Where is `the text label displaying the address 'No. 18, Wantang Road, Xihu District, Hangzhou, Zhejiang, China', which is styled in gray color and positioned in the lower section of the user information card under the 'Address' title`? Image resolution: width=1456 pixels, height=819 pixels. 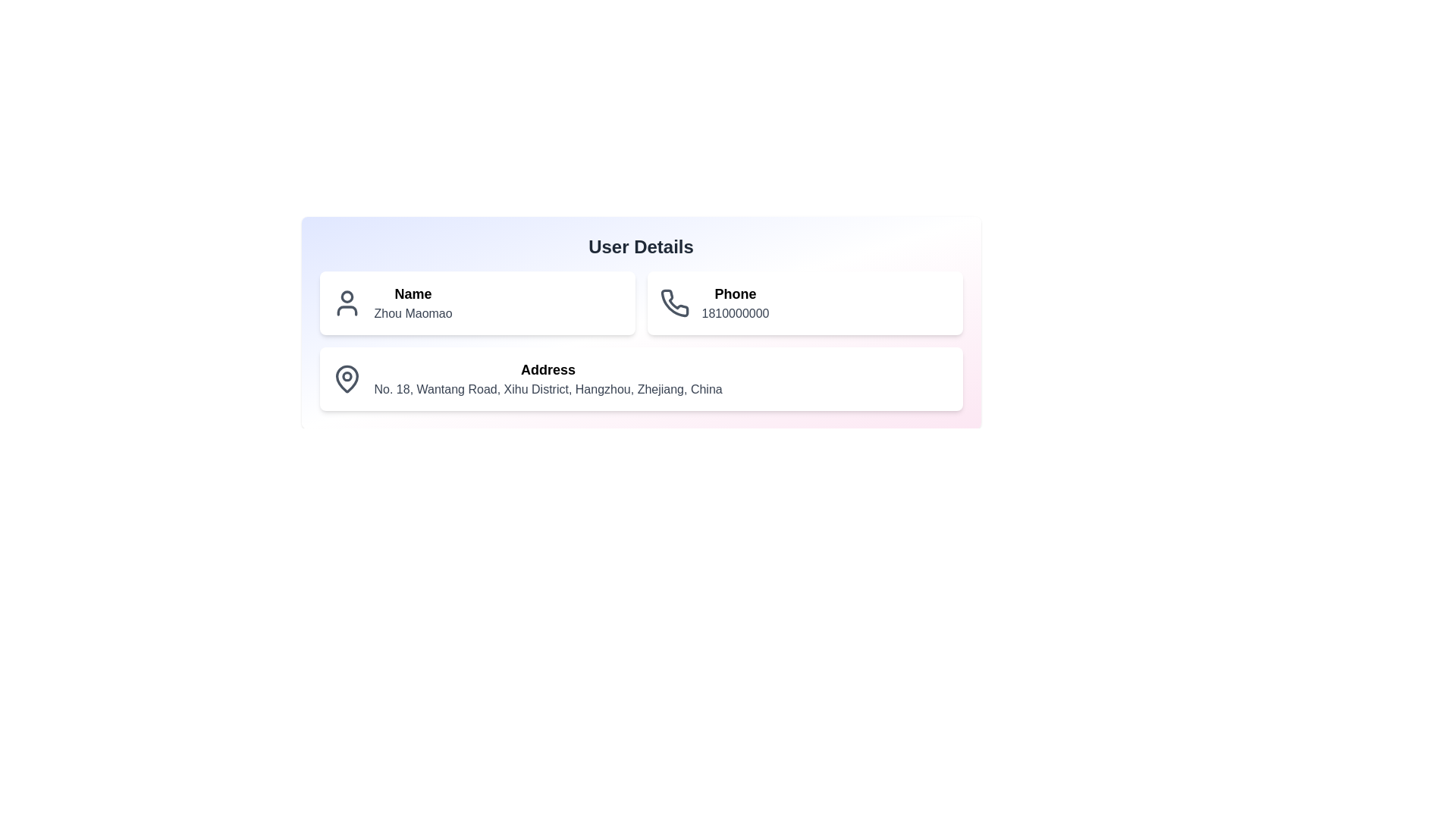 the text label displaying the address 'No. 18, Wantang Road, Xihu District, Hangzhou, Zhejiang, China', which is styled in gray color and positioned in the lower section of the user information card under the 'Address' title is located at coordinates (548, 388).